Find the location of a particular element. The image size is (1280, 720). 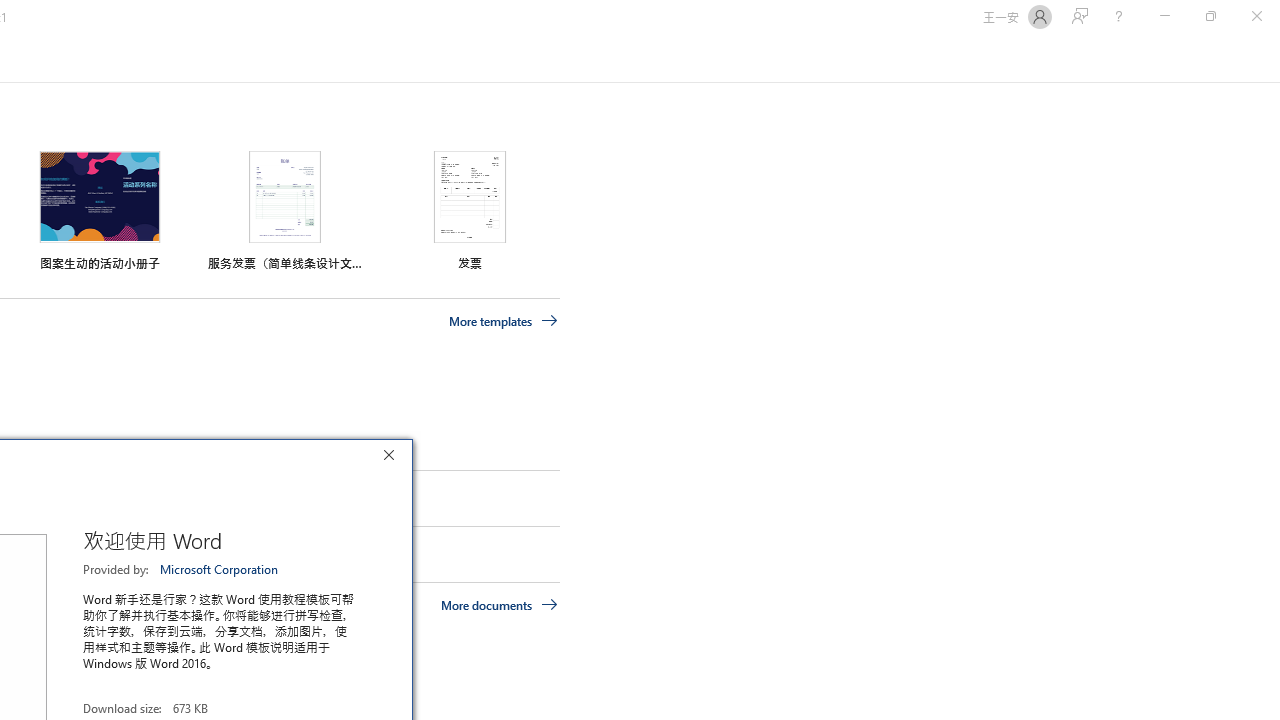

'Microsoft Corporation' is located at coordinates (220, 569).